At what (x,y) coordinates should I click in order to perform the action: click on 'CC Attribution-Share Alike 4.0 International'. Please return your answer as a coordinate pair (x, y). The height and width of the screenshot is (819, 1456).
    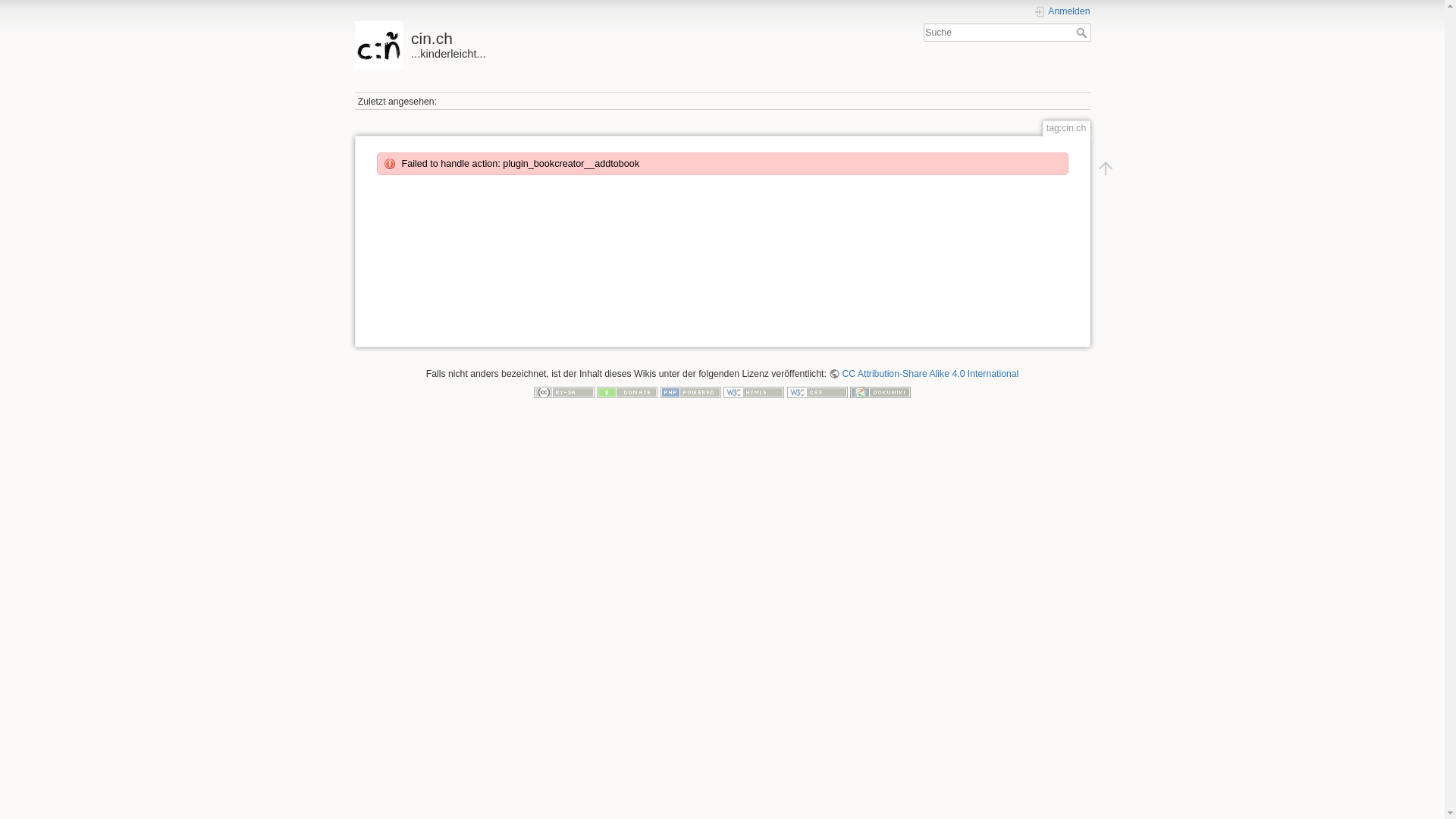
    Looking at the image, I should click on (923, 374).